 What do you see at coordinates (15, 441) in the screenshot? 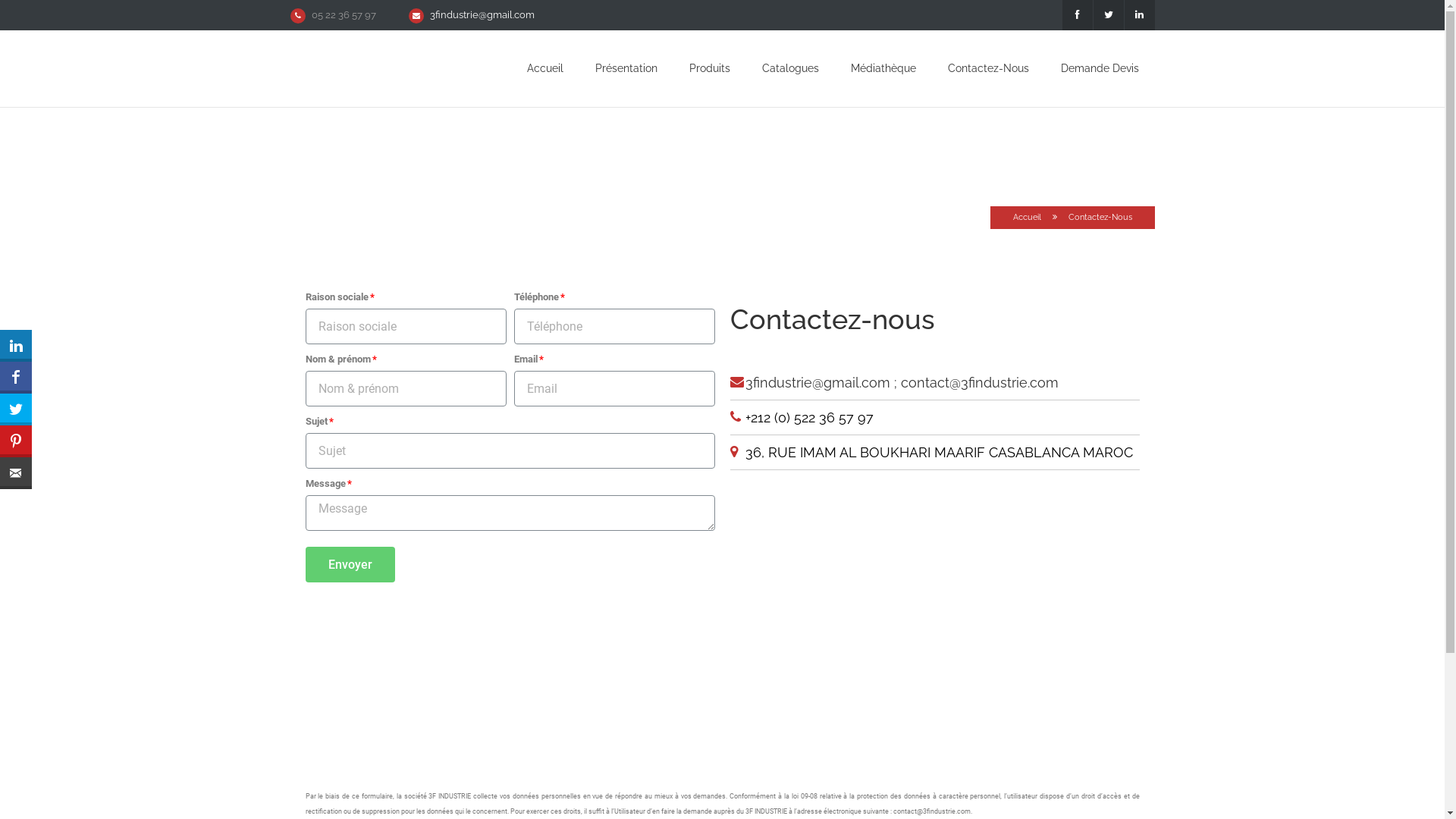
I see `'Share on Pinterest'` at bounding box center [15, 441].